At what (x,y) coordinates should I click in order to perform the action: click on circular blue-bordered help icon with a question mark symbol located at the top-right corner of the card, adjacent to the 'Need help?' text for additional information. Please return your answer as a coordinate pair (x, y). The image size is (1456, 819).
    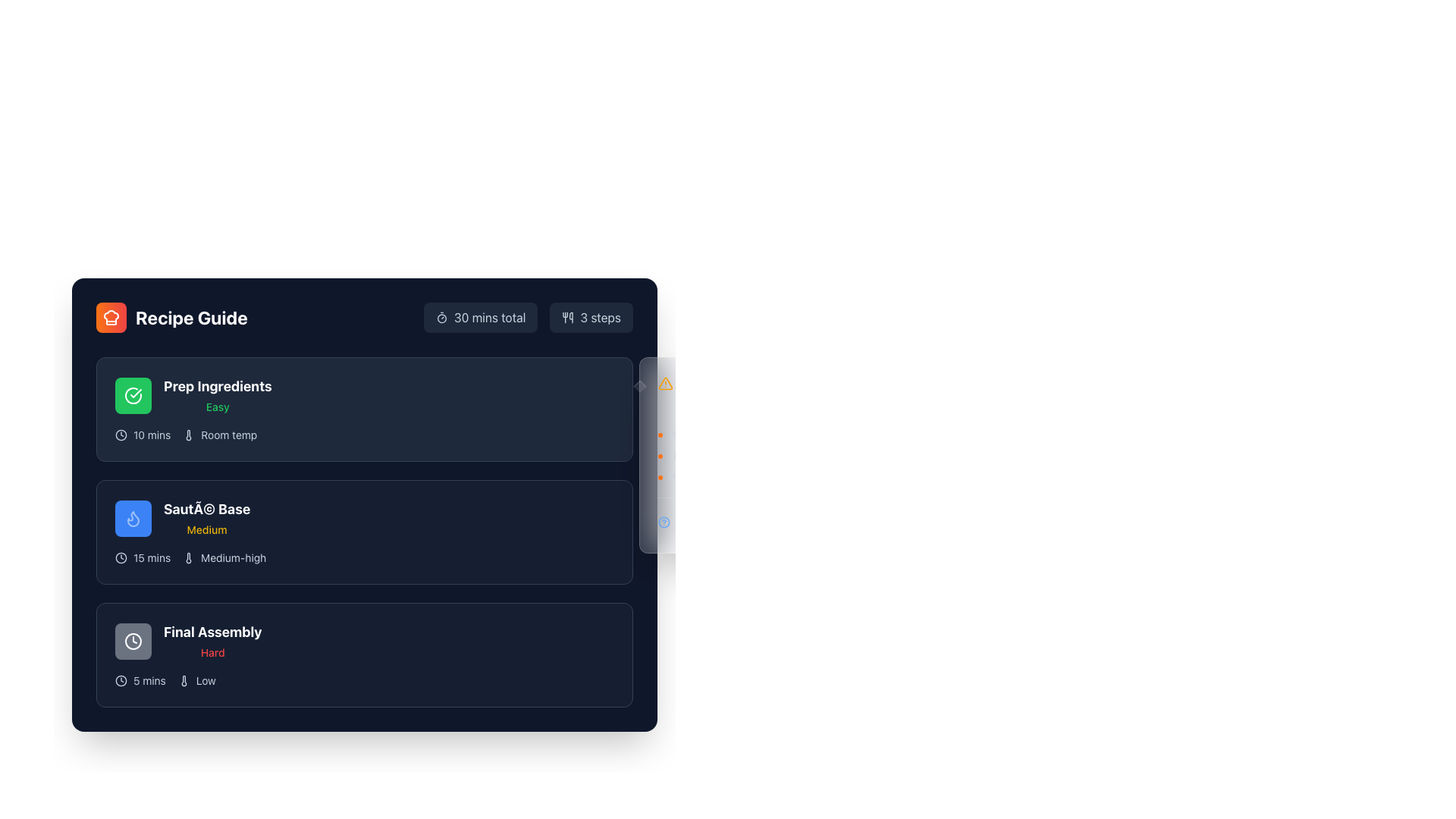
    Looking at the image, I should click on (664, 522).